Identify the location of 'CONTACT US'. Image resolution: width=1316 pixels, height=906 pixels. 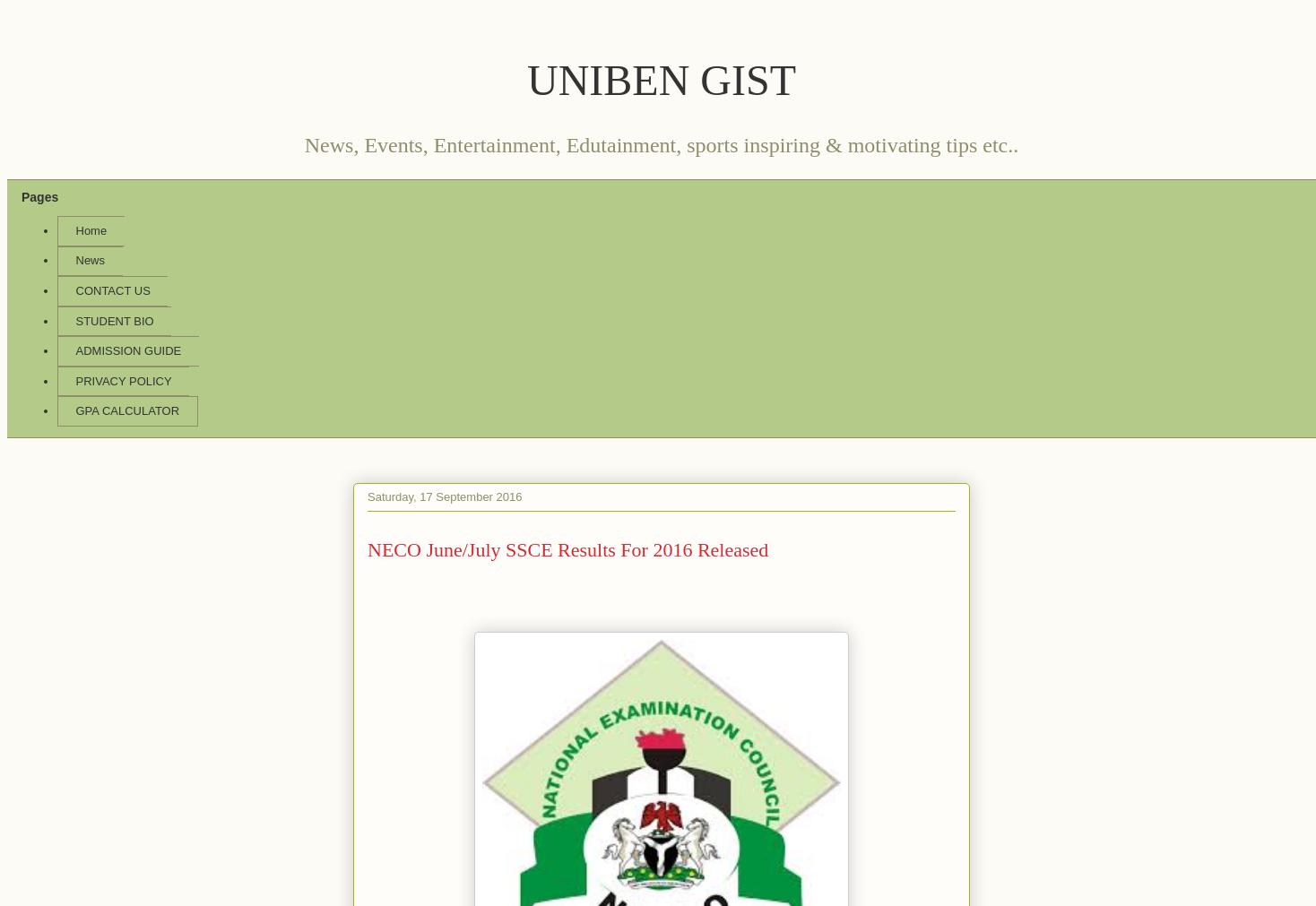
(111, 289).